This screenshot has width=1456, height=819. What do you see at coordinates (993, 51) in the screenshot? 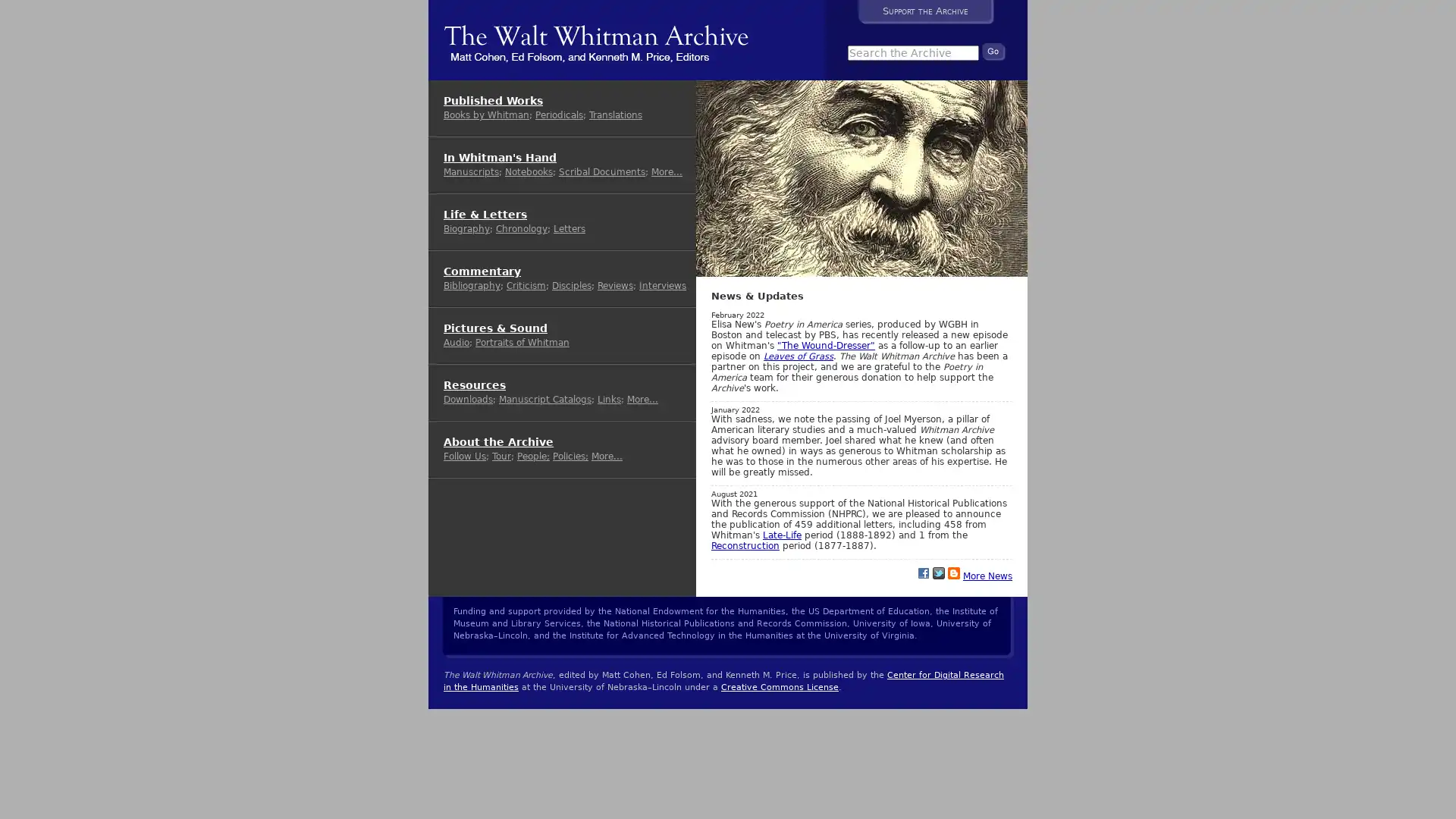
I see `Search` at bounding box center [993, 51].